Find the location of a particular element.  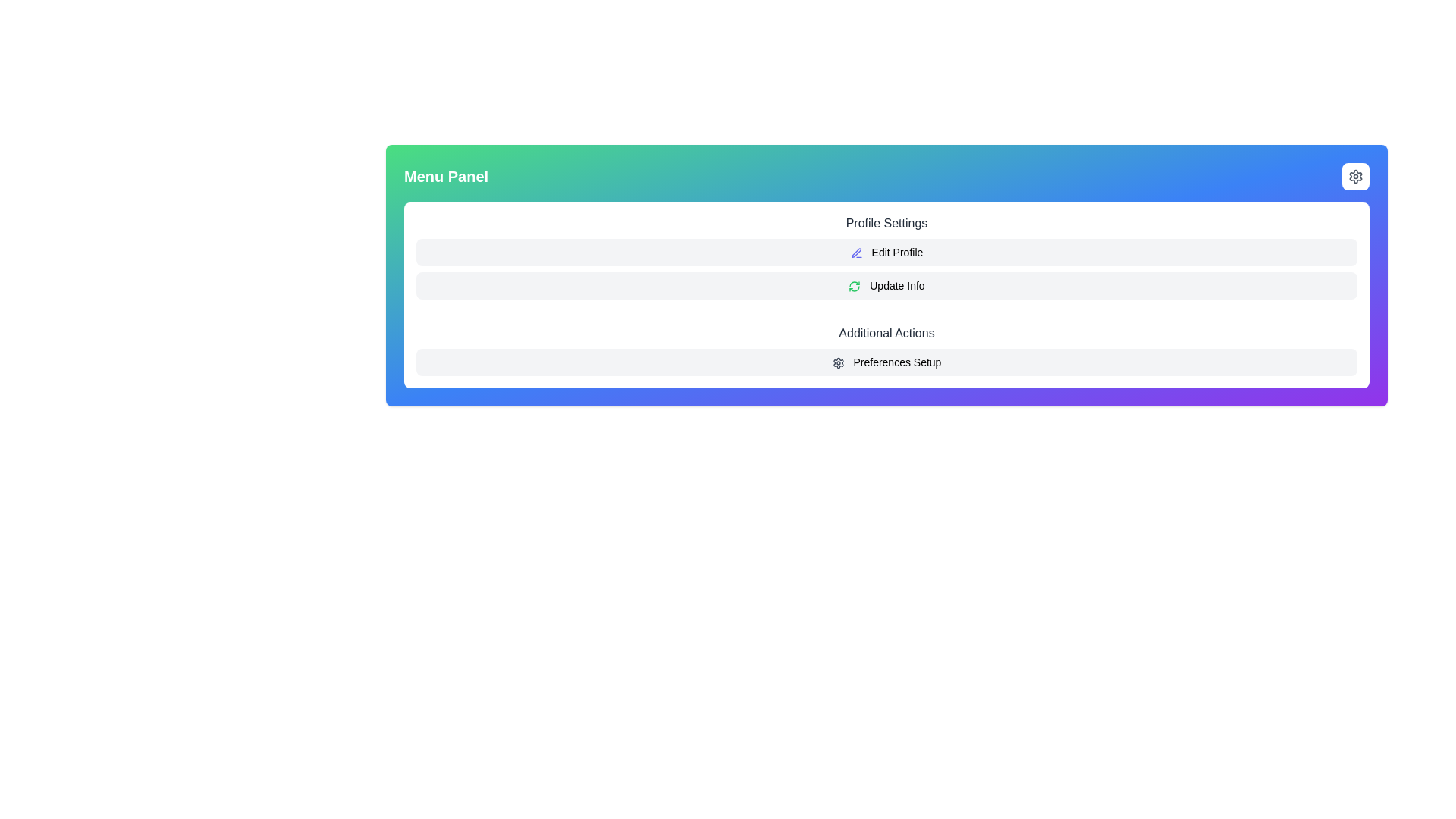

the circular cog wheel icon in the top-right corner of the Menu Panel to bring focus is located at coordinates (1356, 175).